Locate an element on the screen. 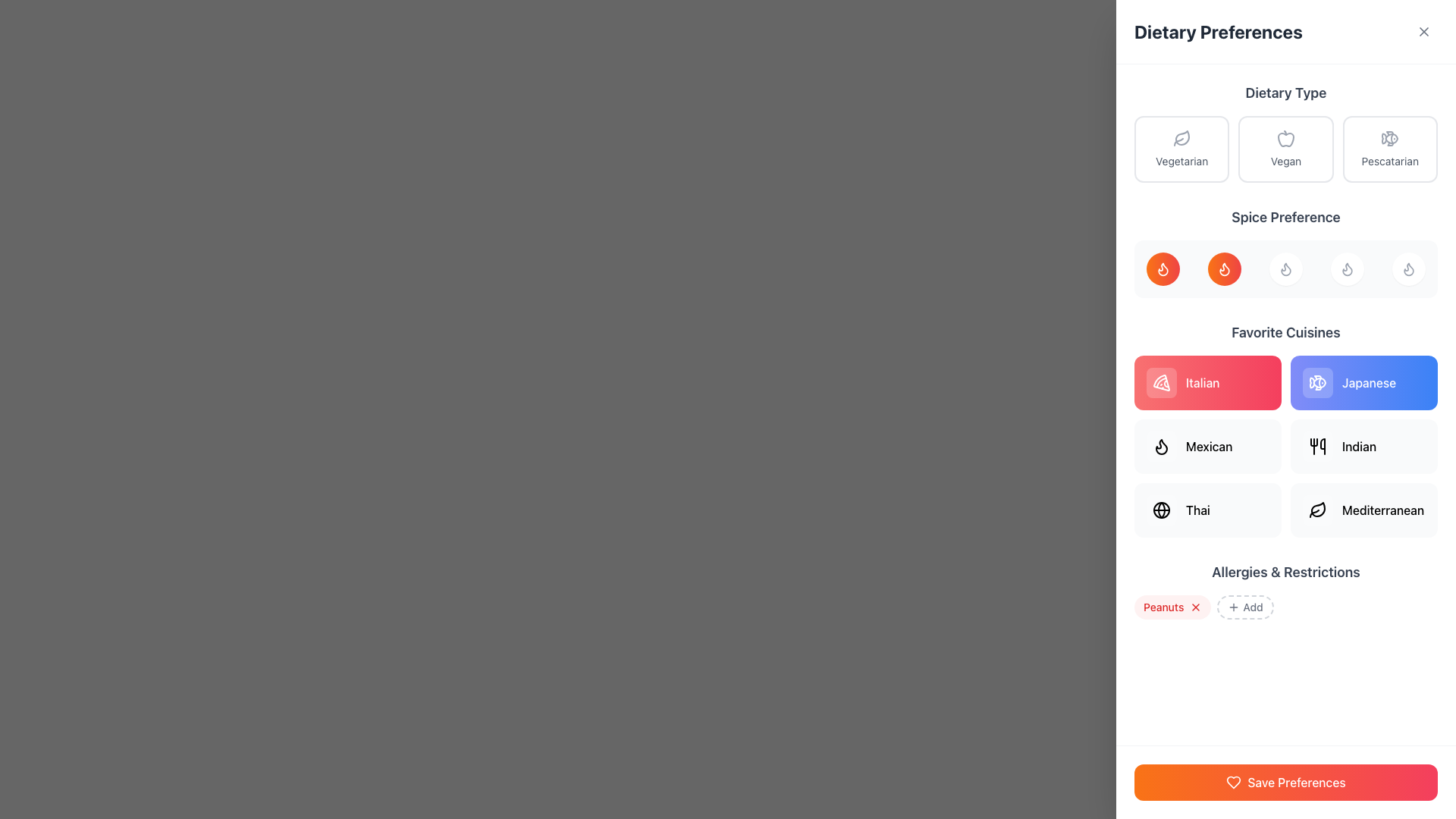 The height and width of the screenshot is (819, 1456). the 'Thai' cuisine icon located in the 'Favorite Cuisines' section on the right panel, positioned at the top-left of the row containing the text 'Thai' is located at coordinates (1160, 510).